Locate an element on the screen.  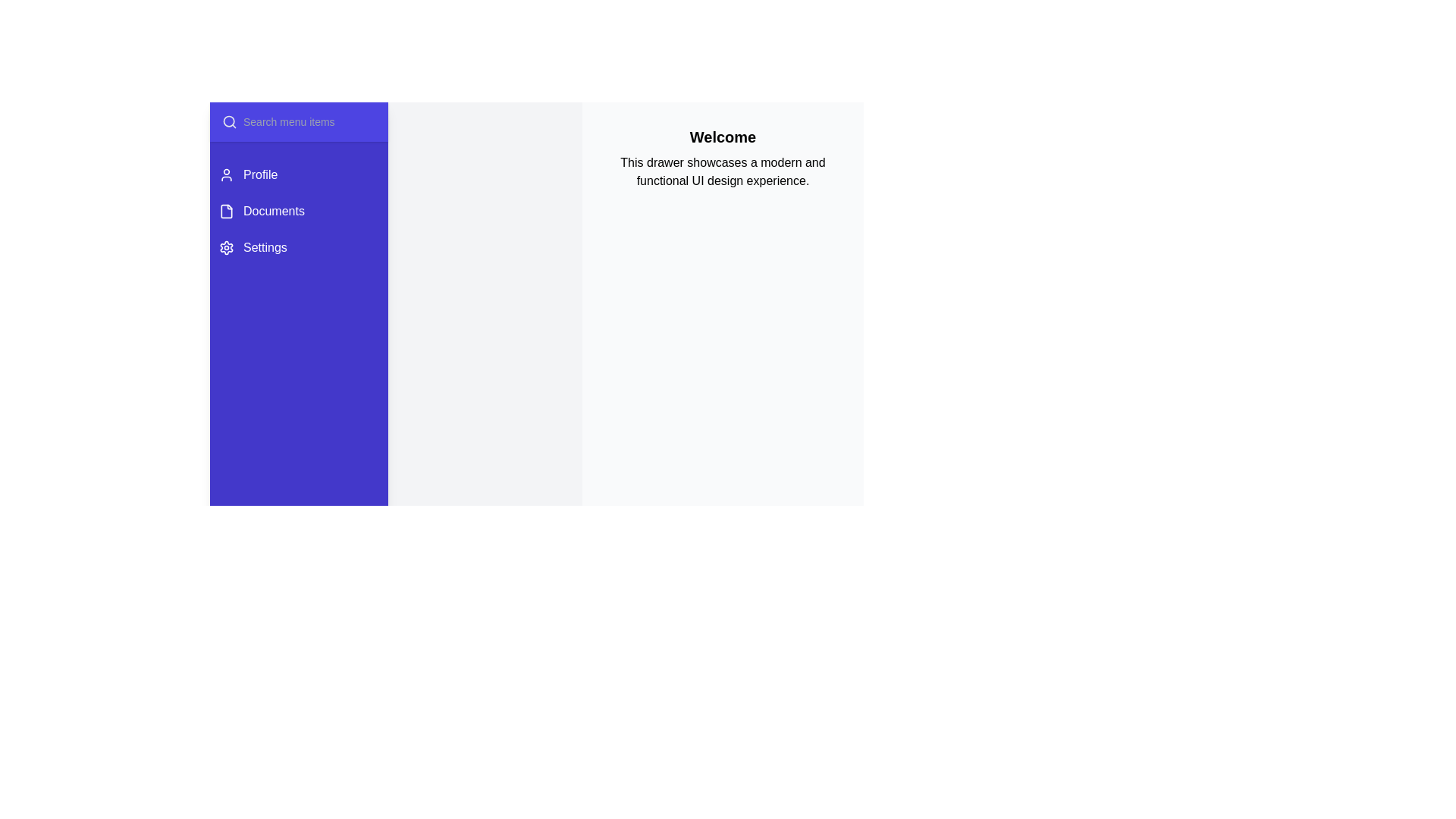
the Settings icon in the menu is located at coordinates (225, 247).